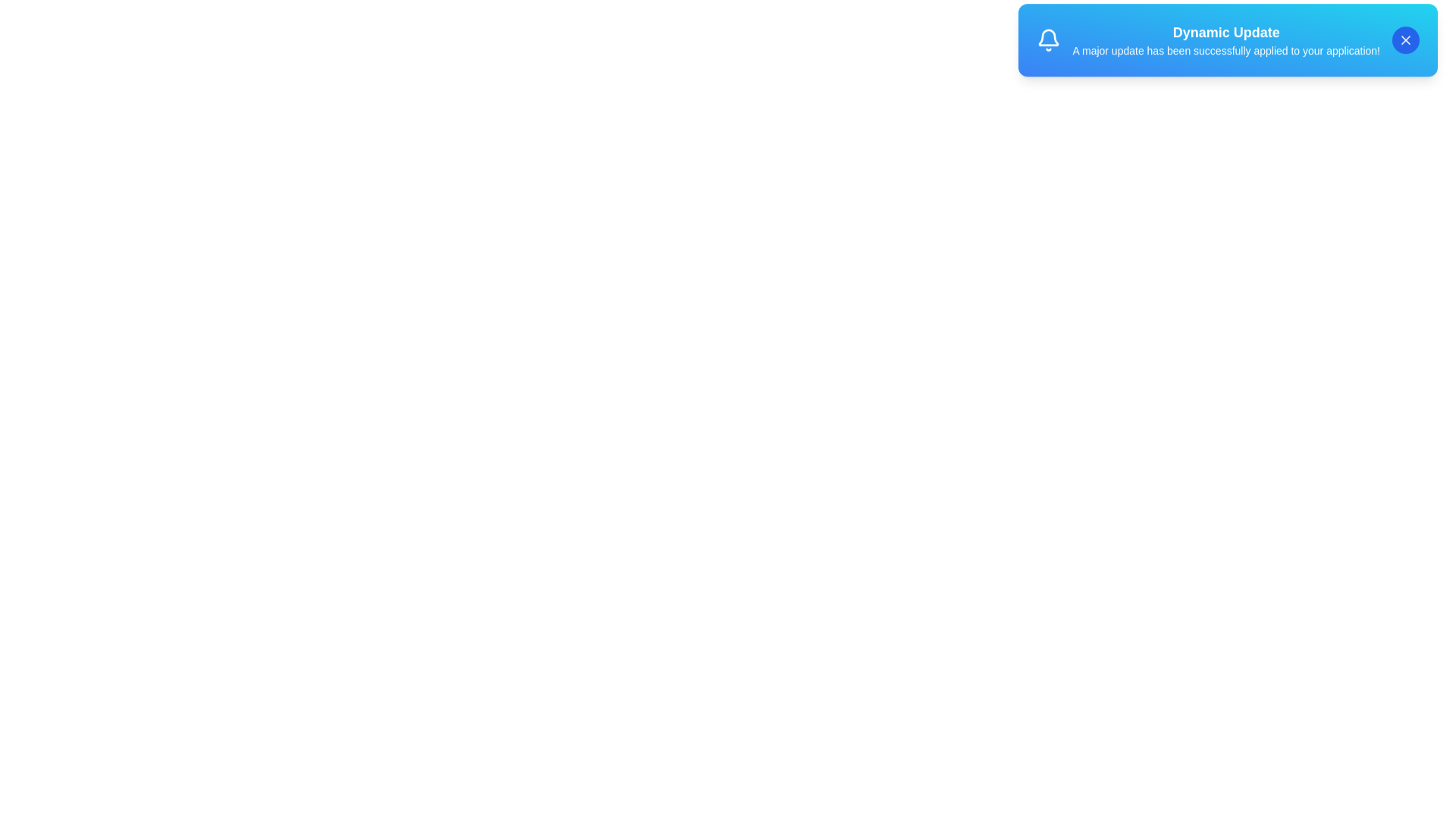 This screenshot has width=1456, height=819. What do you see at coordinates (1404, 45) in the screenshot?
I see `the close button of the notification snackbar to dismiss it` at bounding box center [1404, 45].